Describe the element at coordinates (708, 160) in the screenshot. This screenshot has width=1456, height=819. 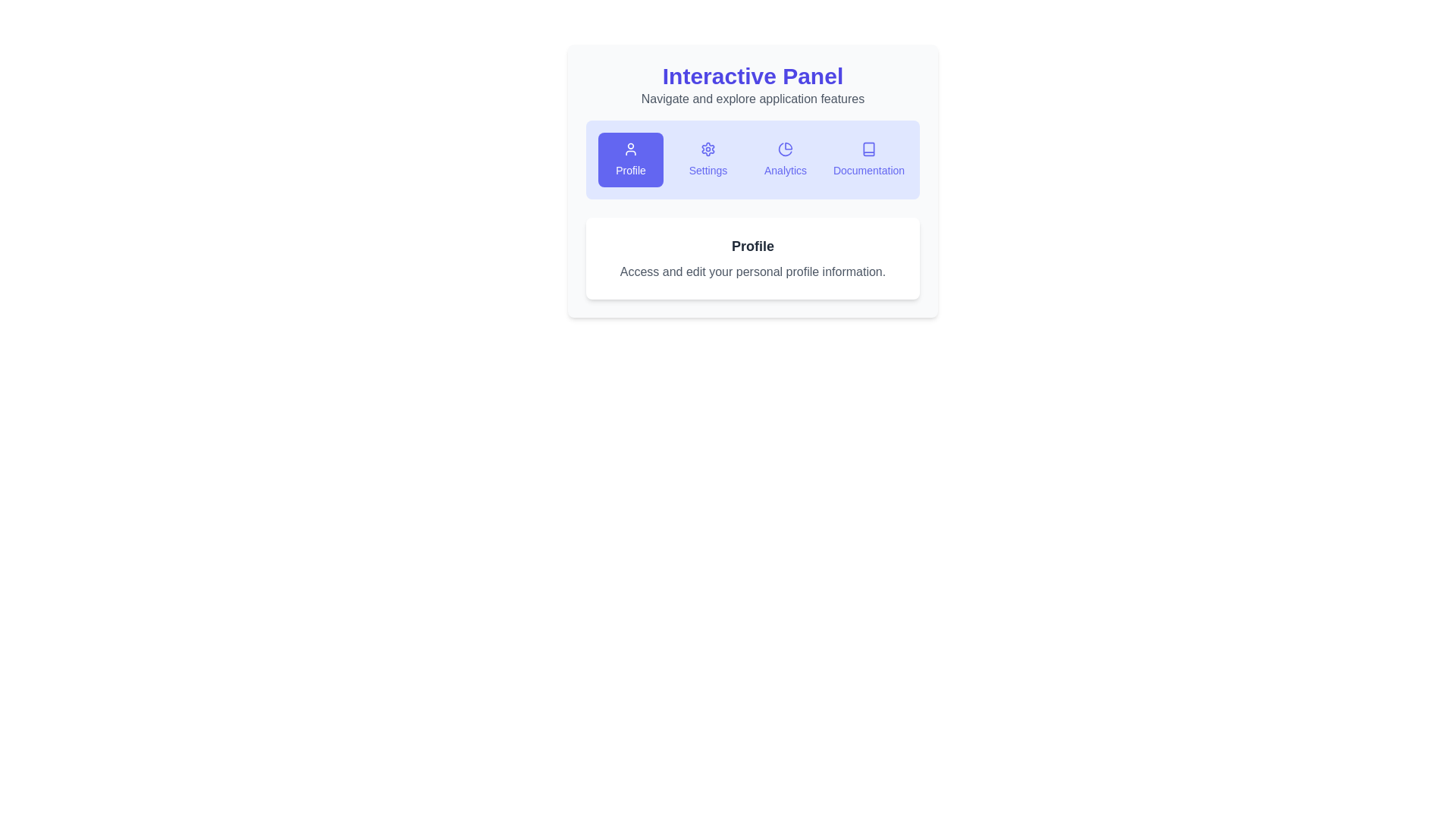
I see `the 'Settings' button, which is the second button in a group of four, to observe the hover effect` at that location.